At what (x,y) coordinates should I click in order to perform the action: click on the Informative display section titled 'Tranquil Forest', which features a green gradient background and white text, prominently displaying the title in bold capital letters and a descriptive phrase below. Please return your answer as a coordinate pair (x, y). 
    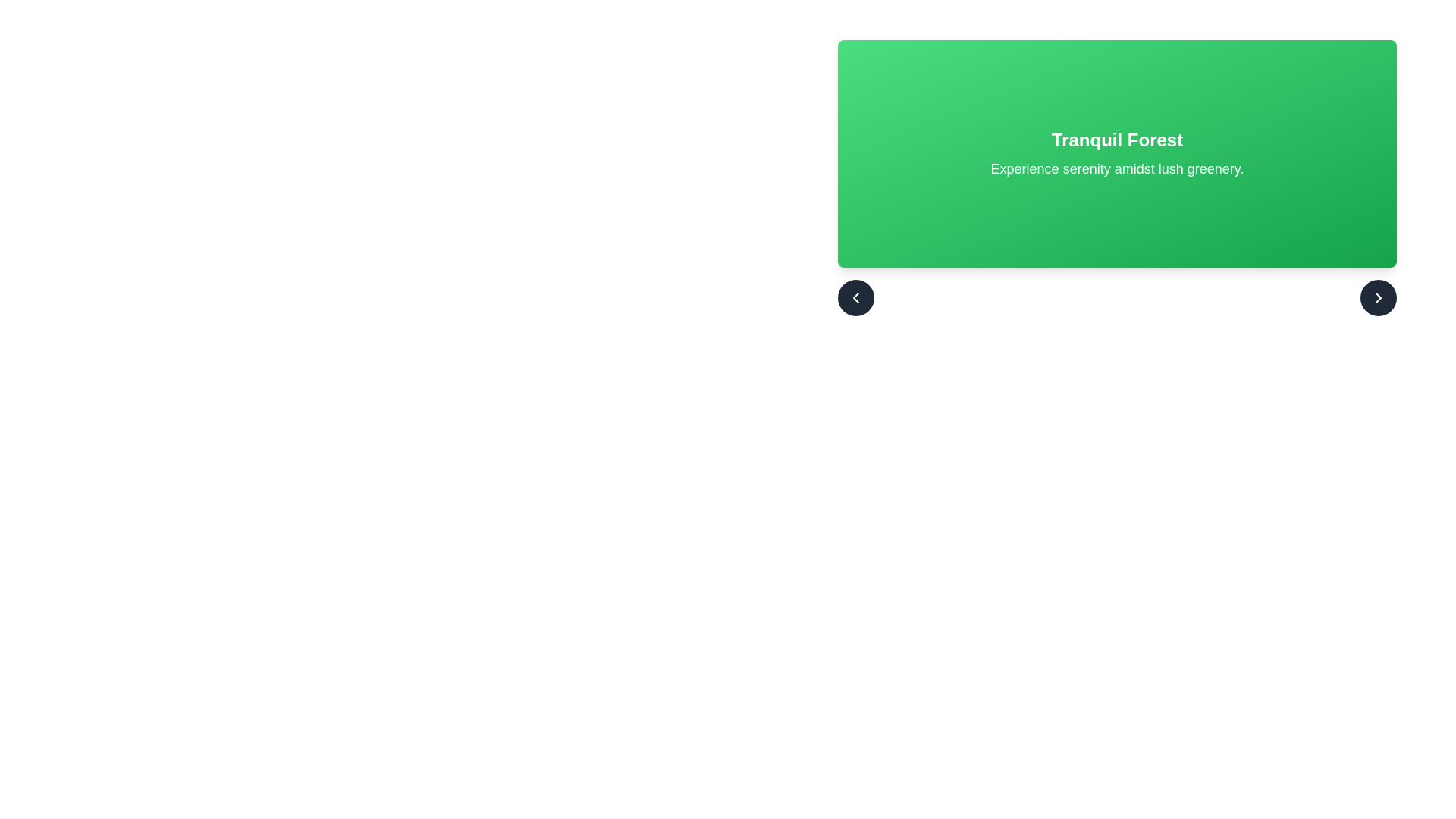
    Looking at the image, I should click on (1117, 154).